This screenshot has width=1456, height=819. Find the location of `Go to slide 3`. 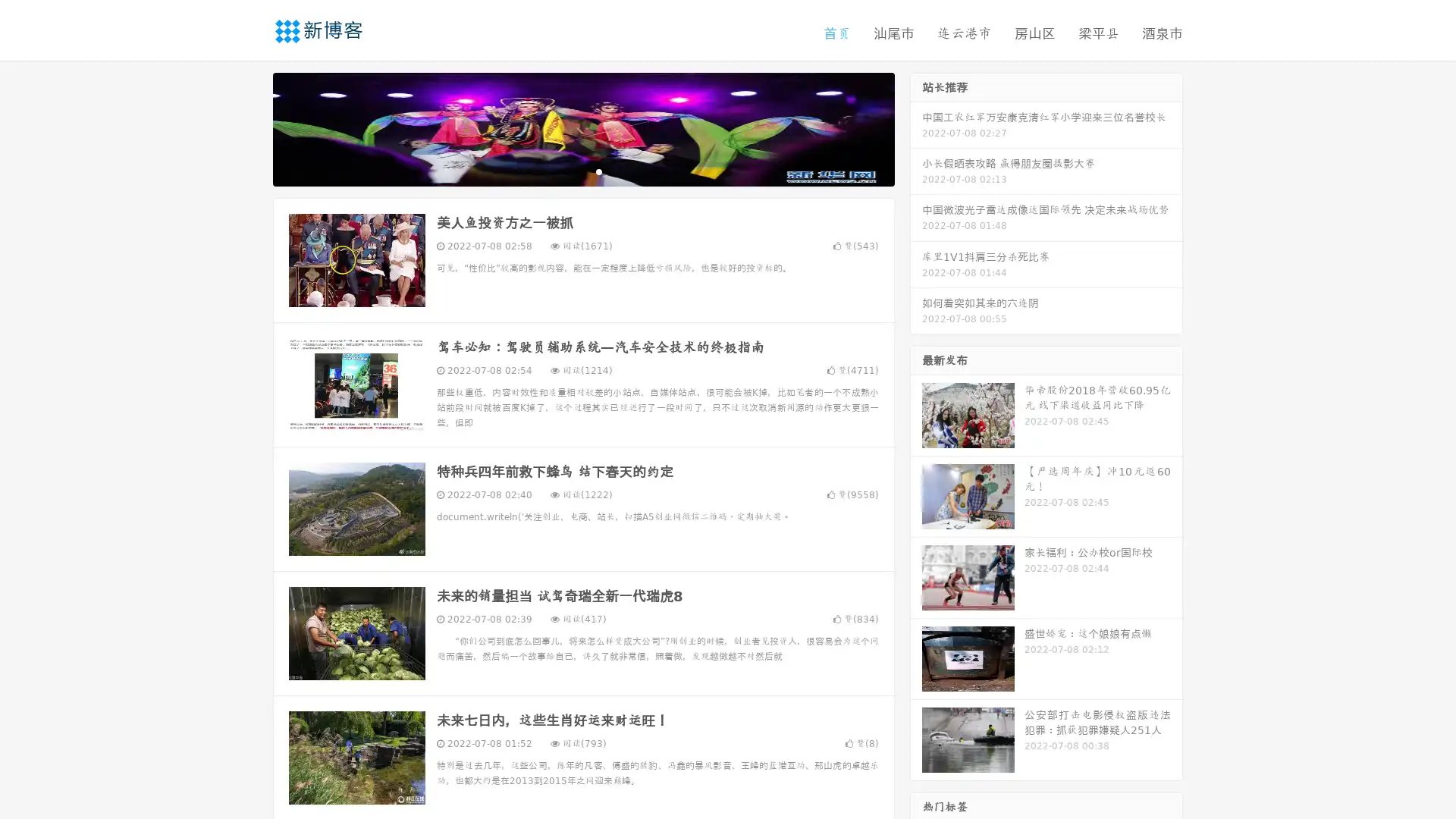

Go to slide 3 is located at coordinates (598, 171).